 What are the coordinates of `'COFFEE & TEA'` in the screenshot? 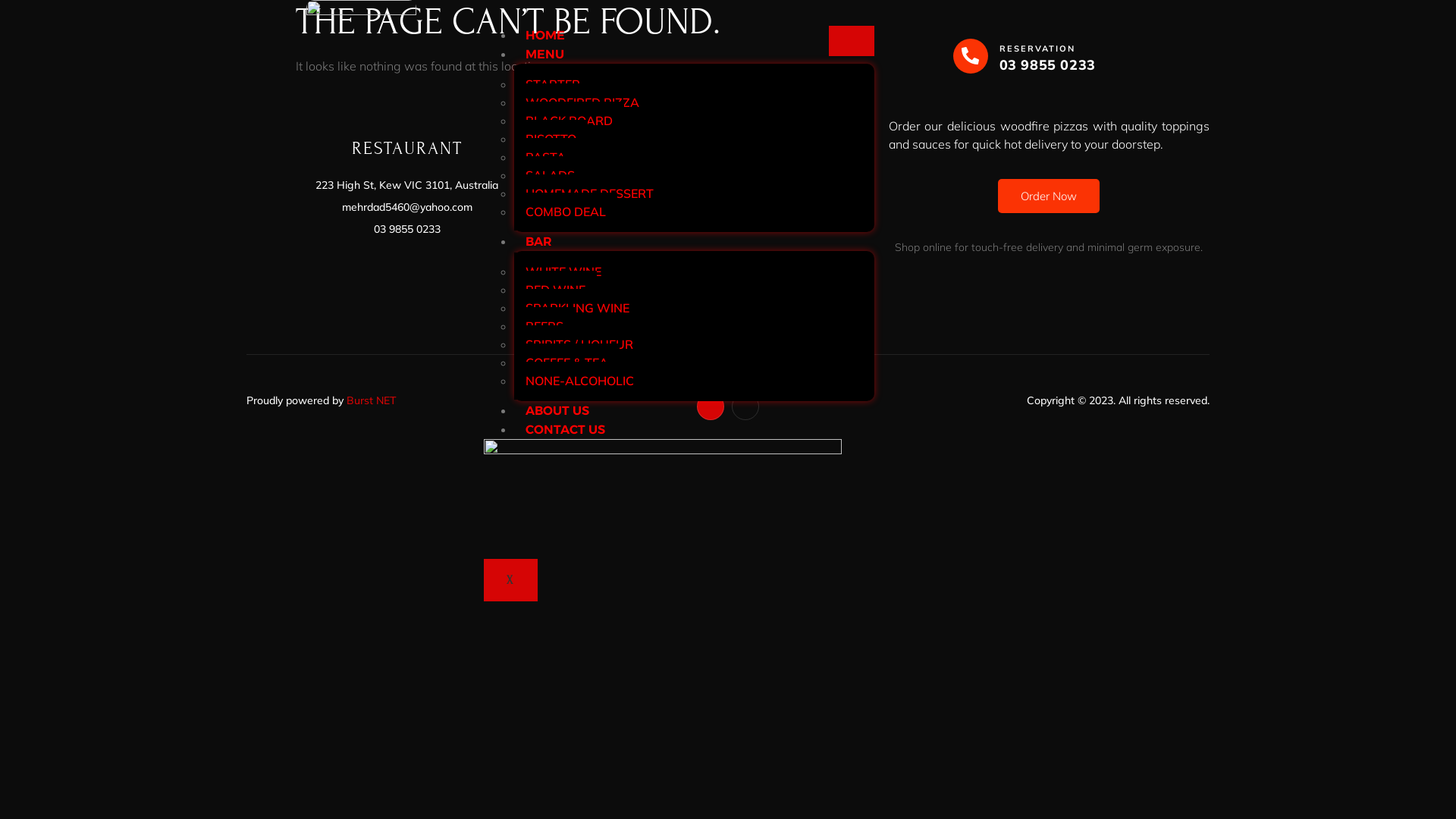 It's located at (566, 362).